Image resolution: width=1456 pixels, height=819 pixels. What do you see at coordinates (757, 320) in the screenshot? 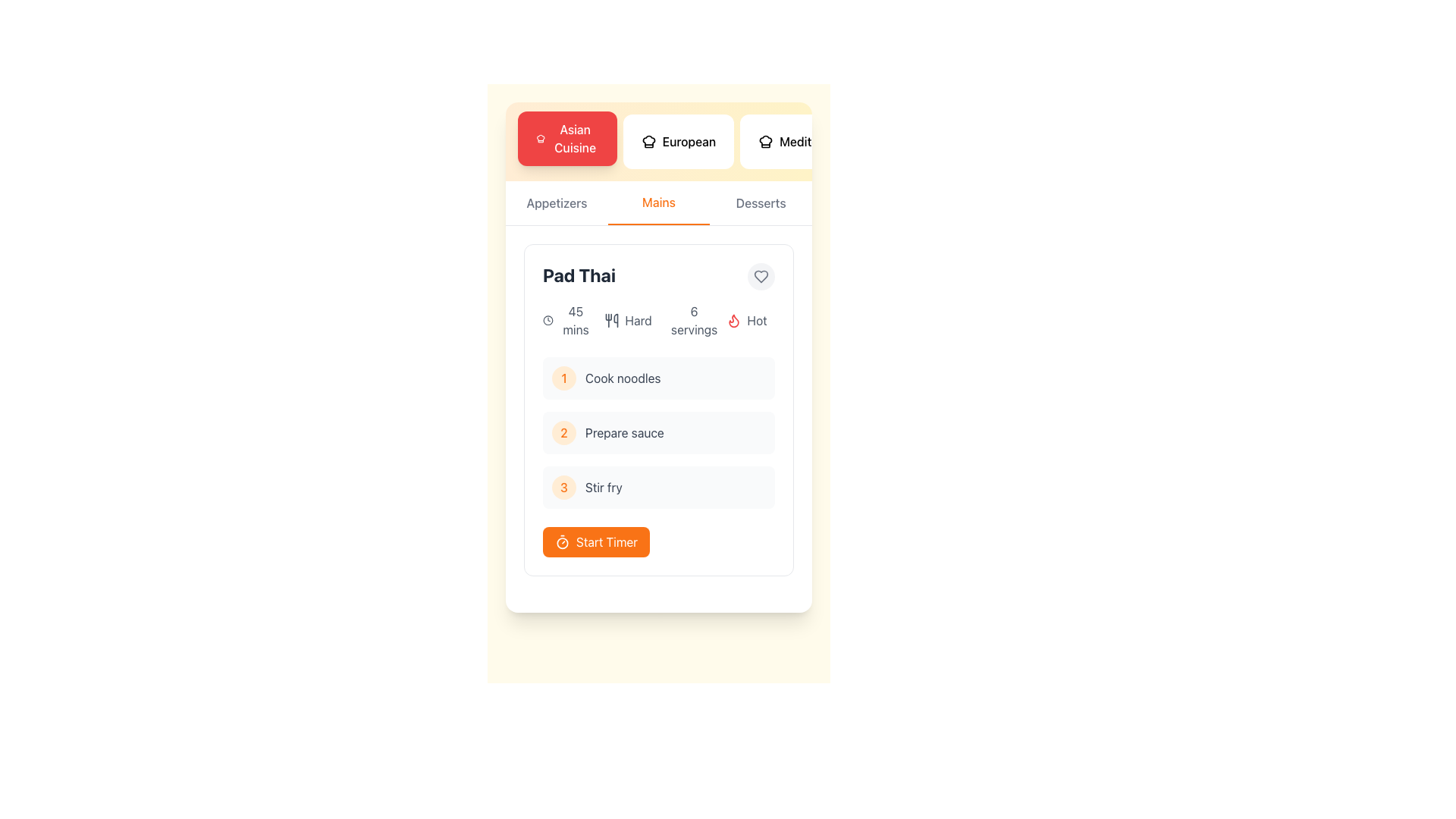
I see `the text label containing 'hot', which is styled with a gray font and positioned to the right of a flame icon` at bounding box center [757, 320].